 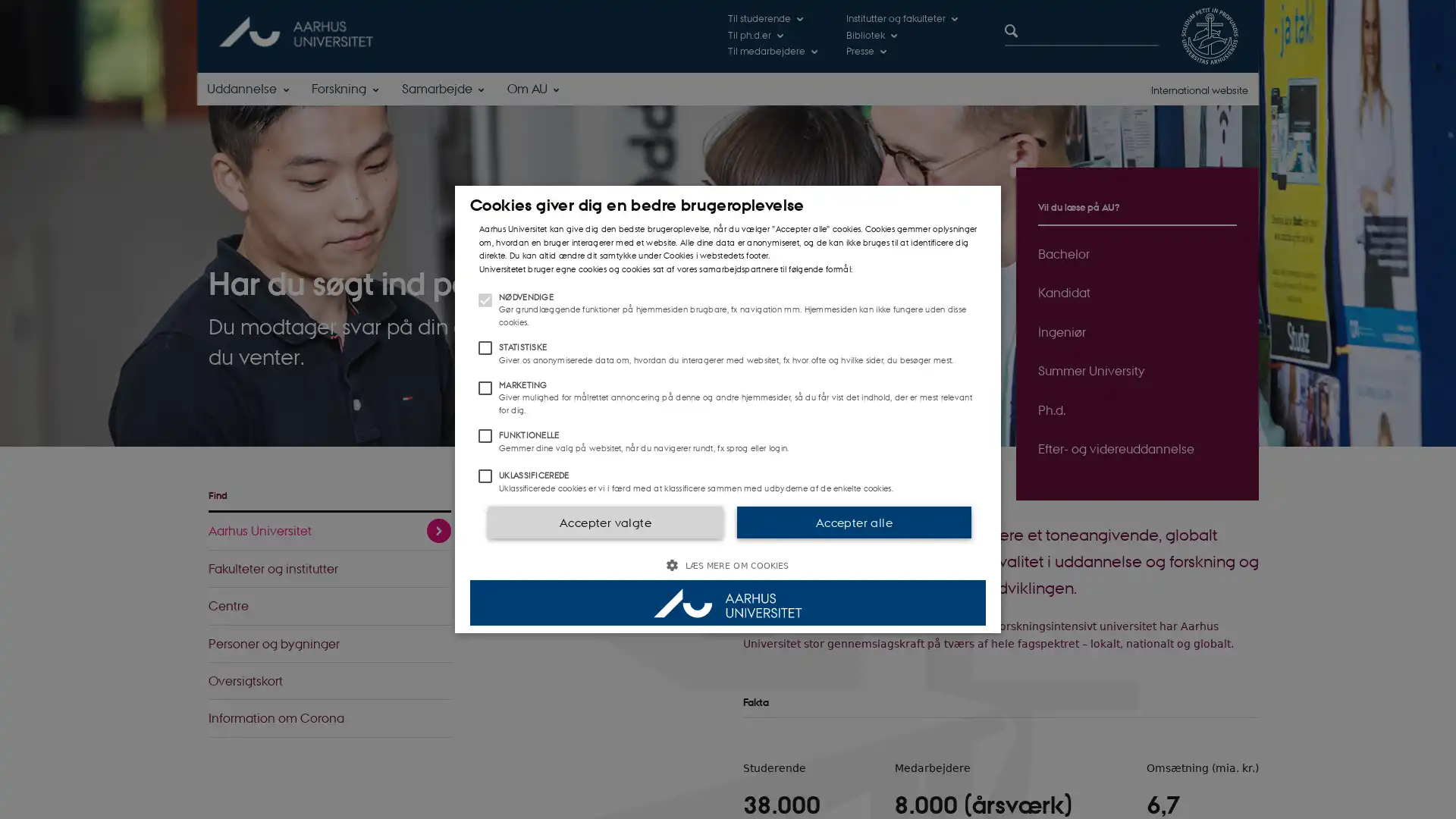 What do you see at coordinates (728, 409) in the screenshot?
I see `Cookies giver dig en bedre brugeroplevelse Aarhus Universitet kan give dig den bedste brugeroplevelse, nar du vlger Accepter alle cookies. Cookies gemmer oplysninger om, hvordan en bruger interagerer med et website. Alle dine data er anonymiseret, og de kan ikke bruges til at identificere dig direkte. Du kan altid ndre dit samtykke under Cookies i webstedets footer. Universitetet bruger egne cookies og cookies sat af vores samarbejdspartnere til flgende formal: NDVENDIGE Gr grundlggende funktioner pa hjemmesiden brugbare, fx navigation mm. Hjemmesiden kan ikke fungere uden disse cookies. STATISTISKE Giver os anonymiserede data om, hvordan du interagerer med websitet, fx hvor ofte og hvilke sider, du besger mest. MARKETING Giver mulighed for malrettet annoncering pa denne og andre hjemmesider, sa du far vist det indhold, der er mest relevant for dig. FUNKTIONELLE Gemmer dine valg pa websitet, nar du navigerer rundt, fx sprog eller login. UKLASSIFICEREDE Uklassificerede cookies er vi i frd med at klassificere sammen med udbyderne af de enkelte cookies. Accepter alle Accepter valgte LS MERE OM COOKIES LISTE OVER COOKIES COOKIEPOLITIK ANNONCEINDSTILLINGER Ndvendige Statistiske Marketing Funktionelle Uklassificerede Ndvendige cookies hjlper med at gre hjemmesiden brugbar ved at aktivere nogle grundlggende funktioner som navigation mm. Hjemmesiden kan ikke fungerer uden disse cookies. Disse cookies hjlper Aarhus Universitet med at forsta, hvordan du interagerer med websitet. Vi bruger denne information til at forbedre vores website.` at bounding box center [728, 409].